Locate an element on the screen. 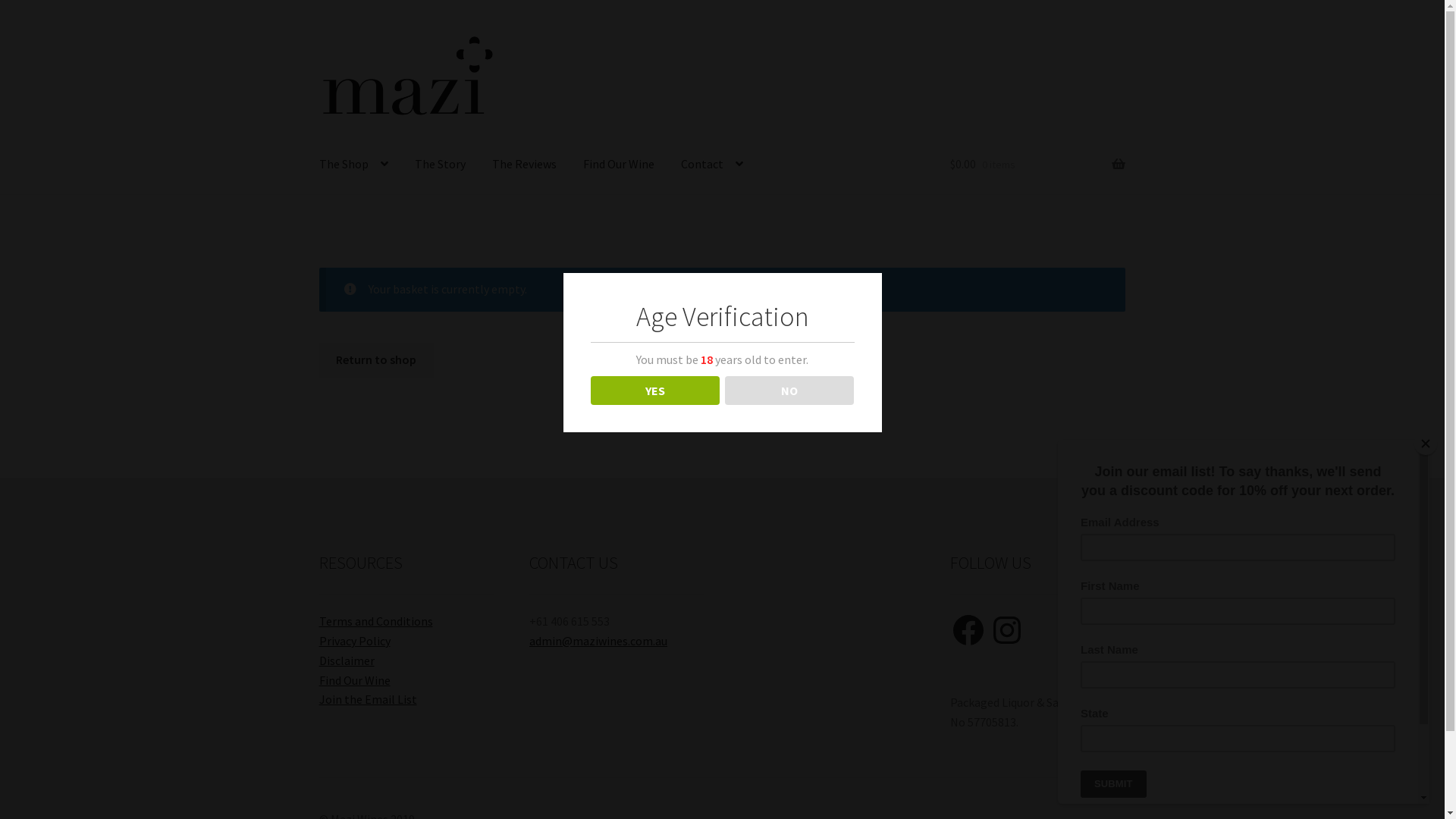  'Contact' is located at coordinates (711, 164).